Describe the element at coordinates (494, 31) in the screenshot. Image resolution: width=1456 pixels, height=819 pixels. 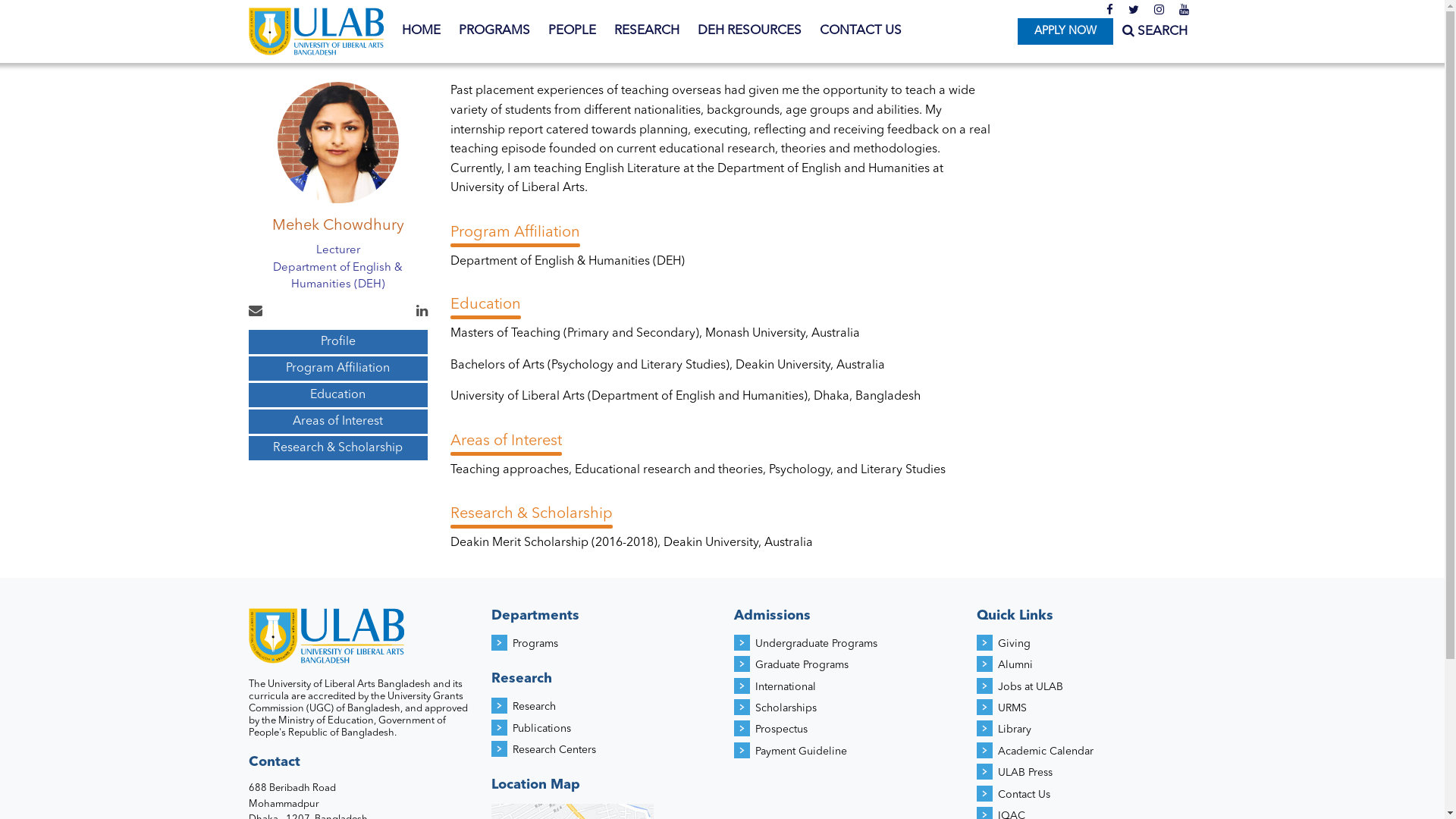
I see `'PROGRAMS'` at that location.